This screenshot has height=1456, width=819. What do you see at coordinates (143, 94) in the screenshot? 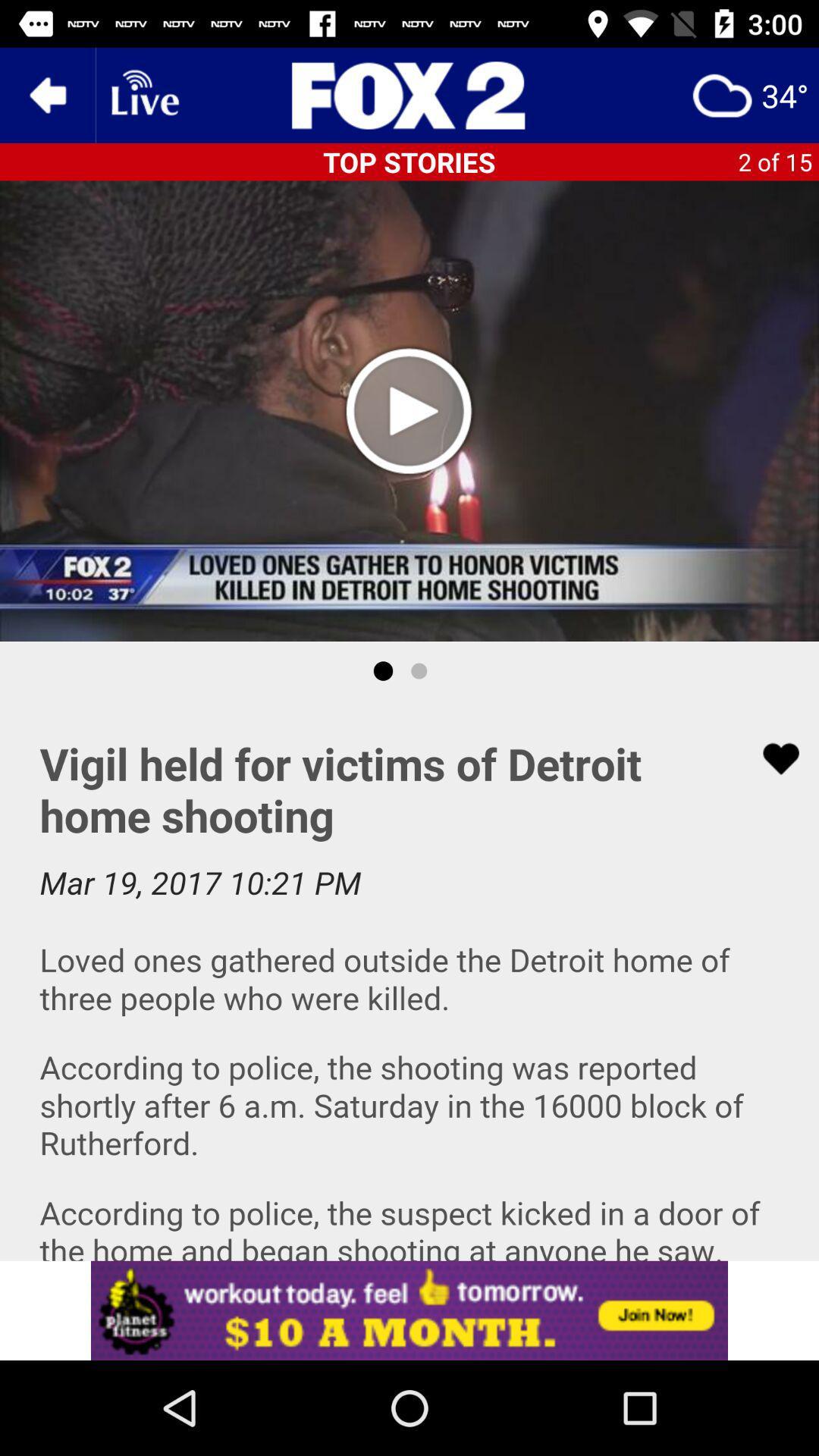
I see `watch live fox2` at bounding box center [143, 94].